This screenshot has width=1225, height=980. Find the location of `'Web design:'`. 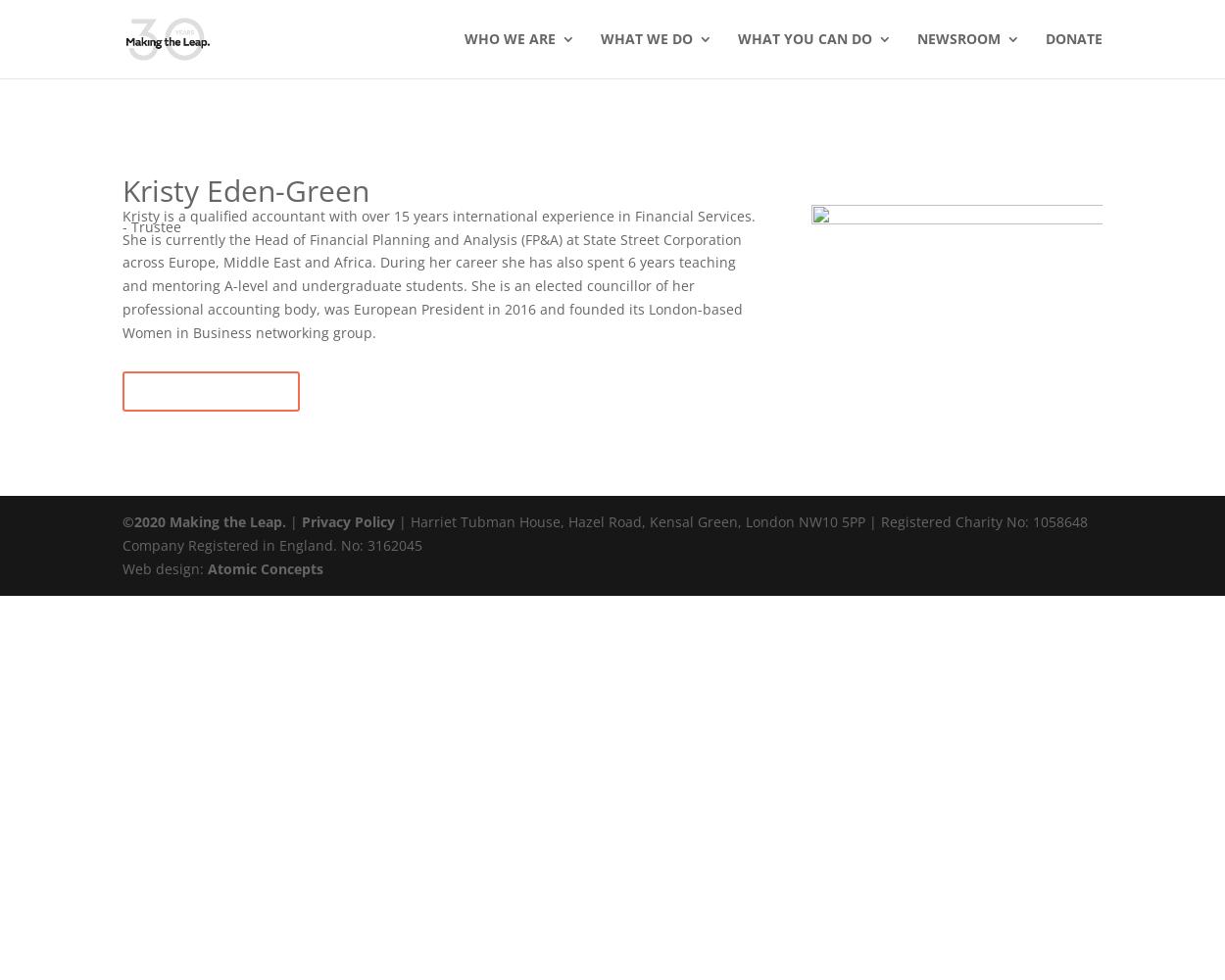

'Web design:' is located at coordinates (165, 566).